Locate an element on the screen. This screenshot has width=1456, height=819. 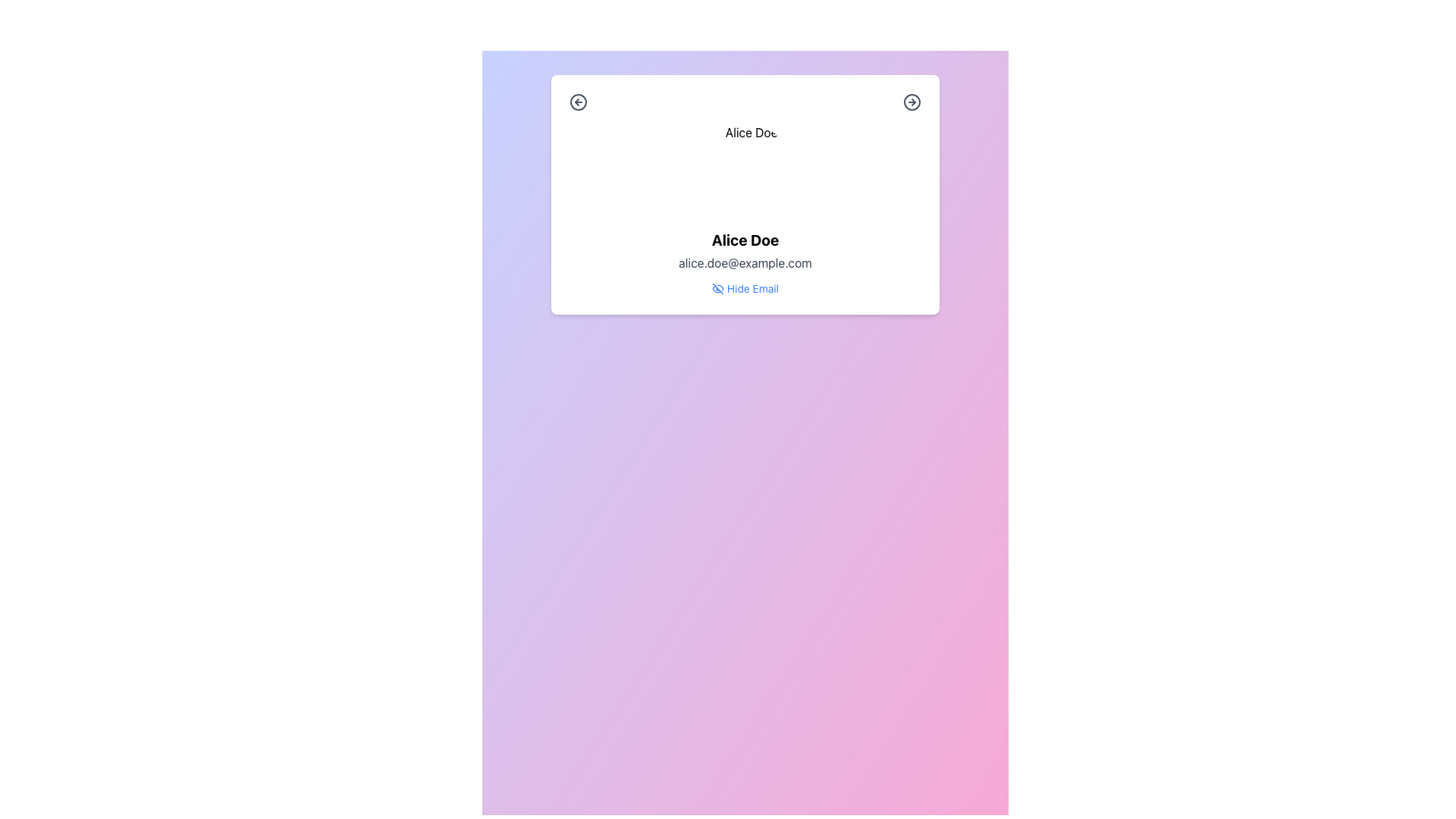
the 'Hide Email' button using keyboard navigation is located at coordinates (745, 289).